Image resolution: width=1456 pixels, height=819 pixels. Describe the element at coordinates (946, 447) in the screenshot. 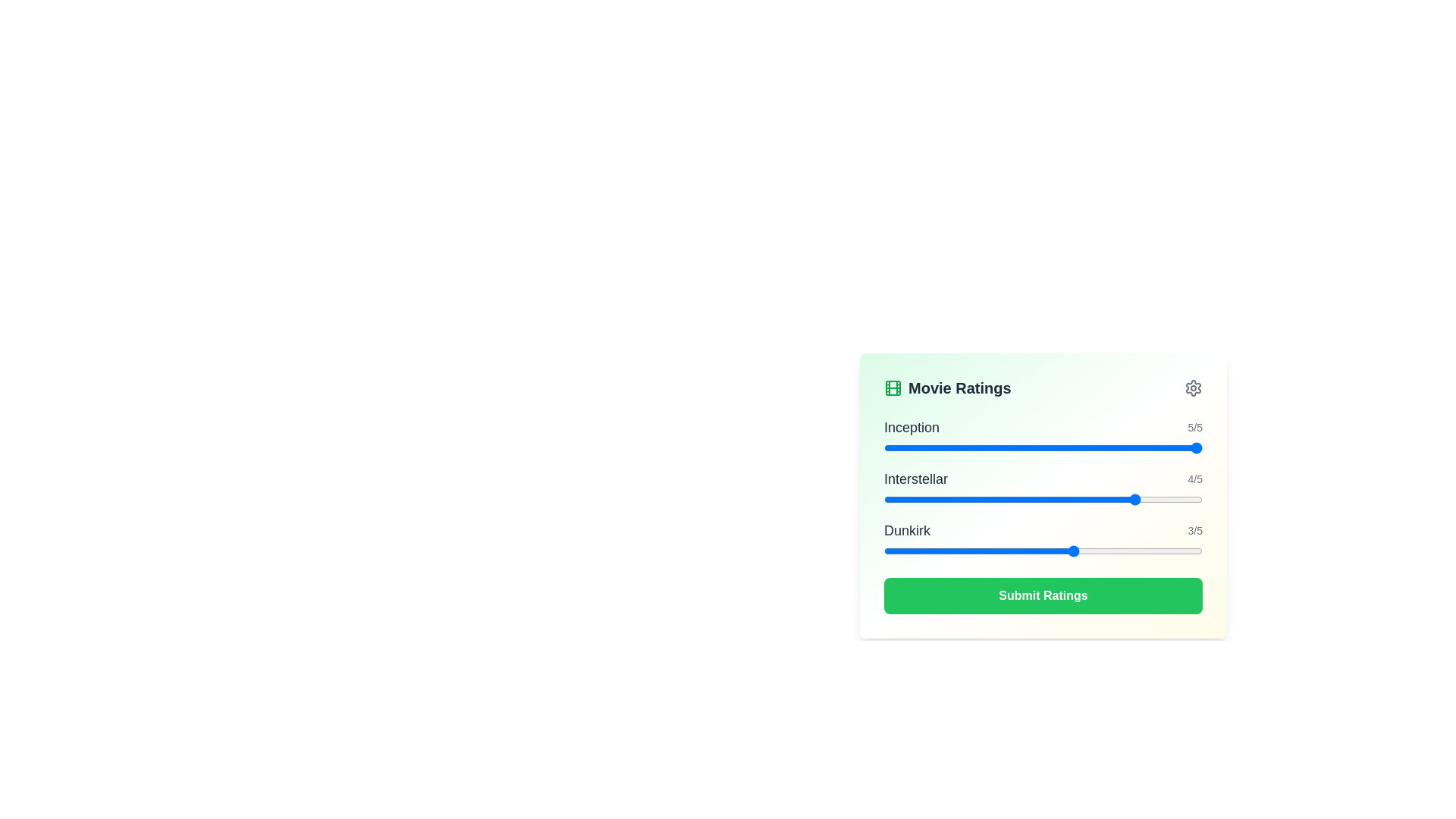

I see `the rating for 'Inception'` at that location.